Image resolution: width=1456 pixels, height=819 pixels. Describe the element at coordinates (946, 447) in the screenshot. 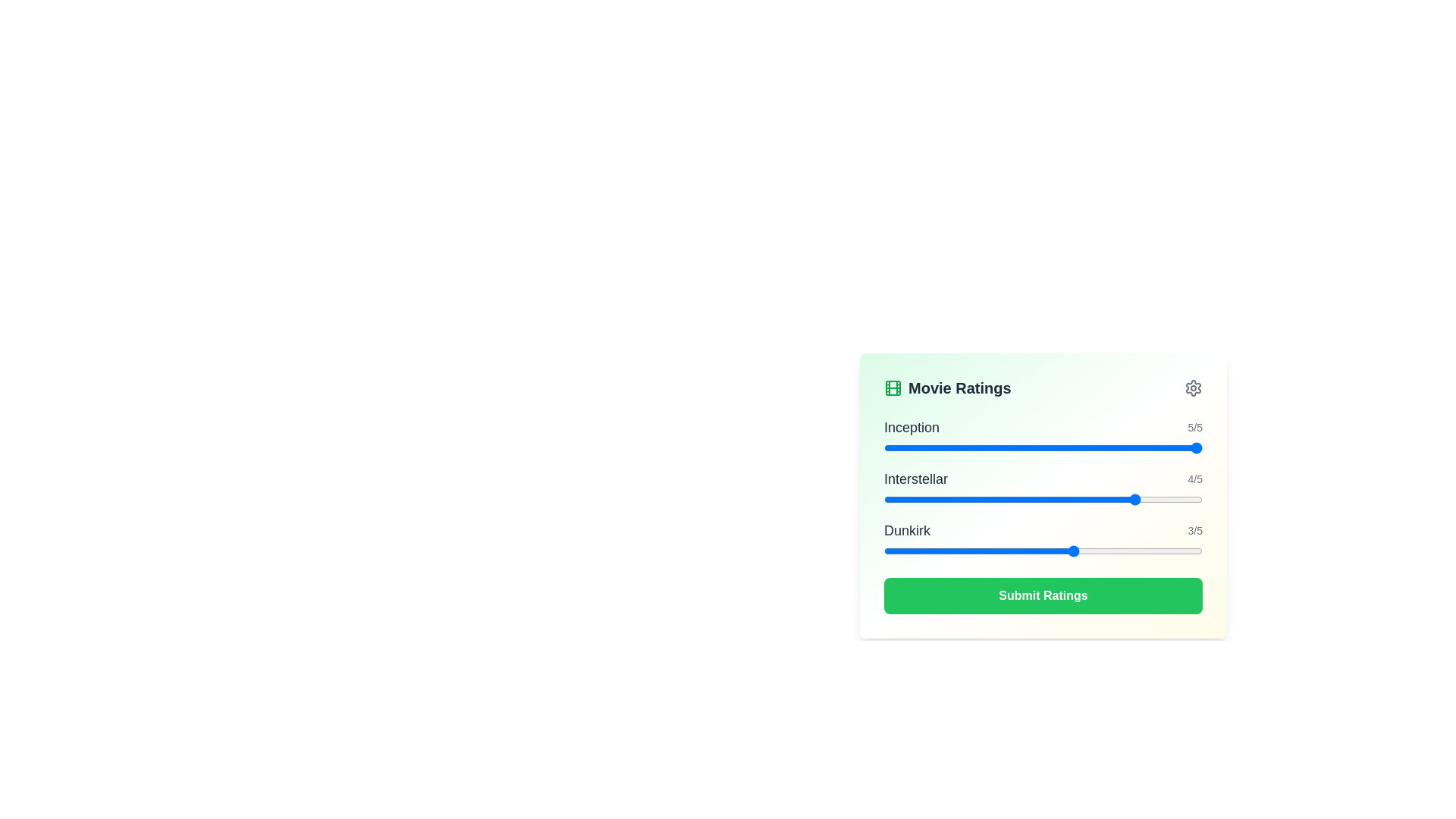

I see `the rating for 'Inception'` at that location.